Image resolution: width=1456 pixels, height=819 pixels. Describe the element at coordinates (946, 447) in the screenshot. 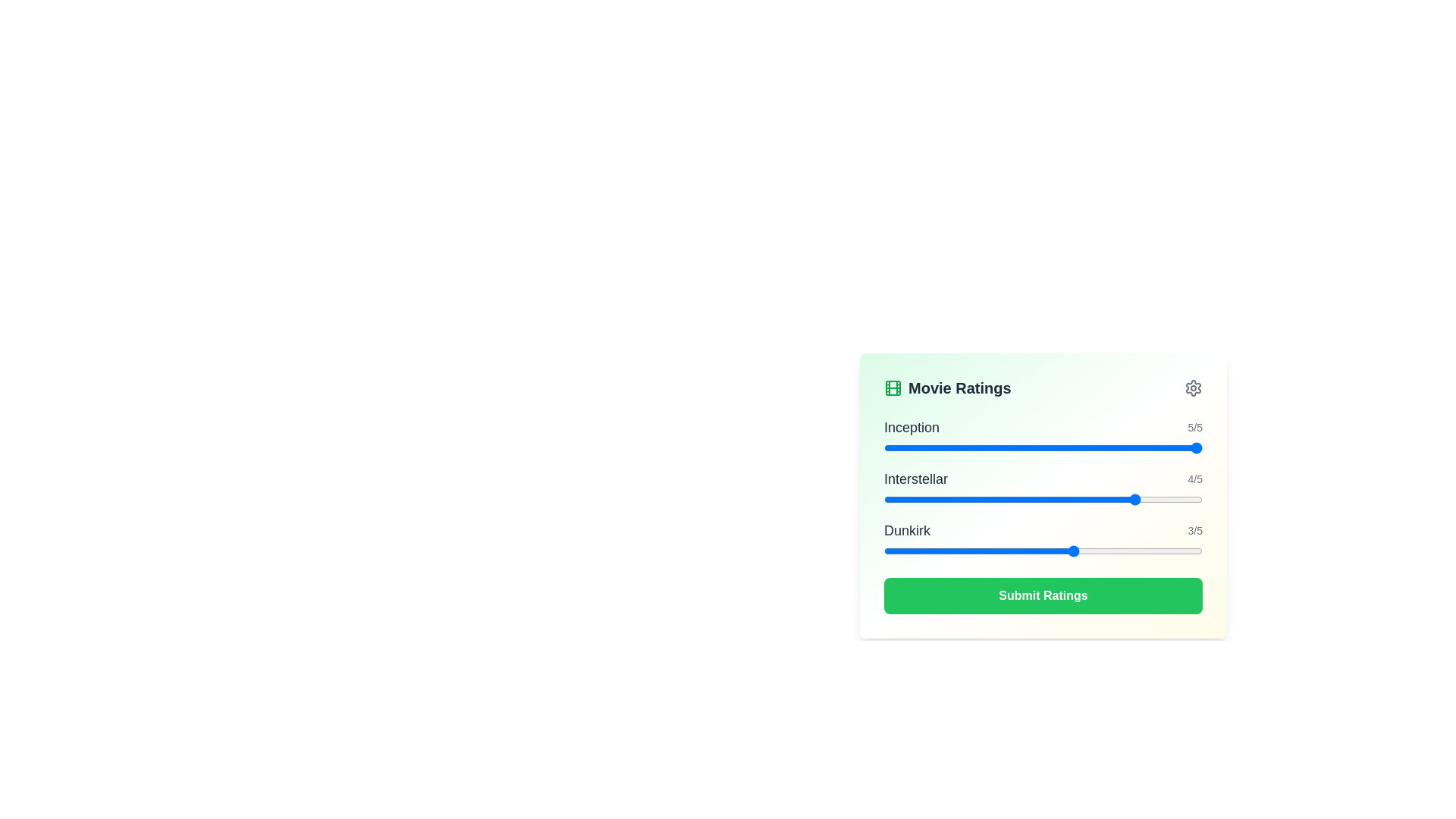

I see `the rating for 'Inception'` at that location.